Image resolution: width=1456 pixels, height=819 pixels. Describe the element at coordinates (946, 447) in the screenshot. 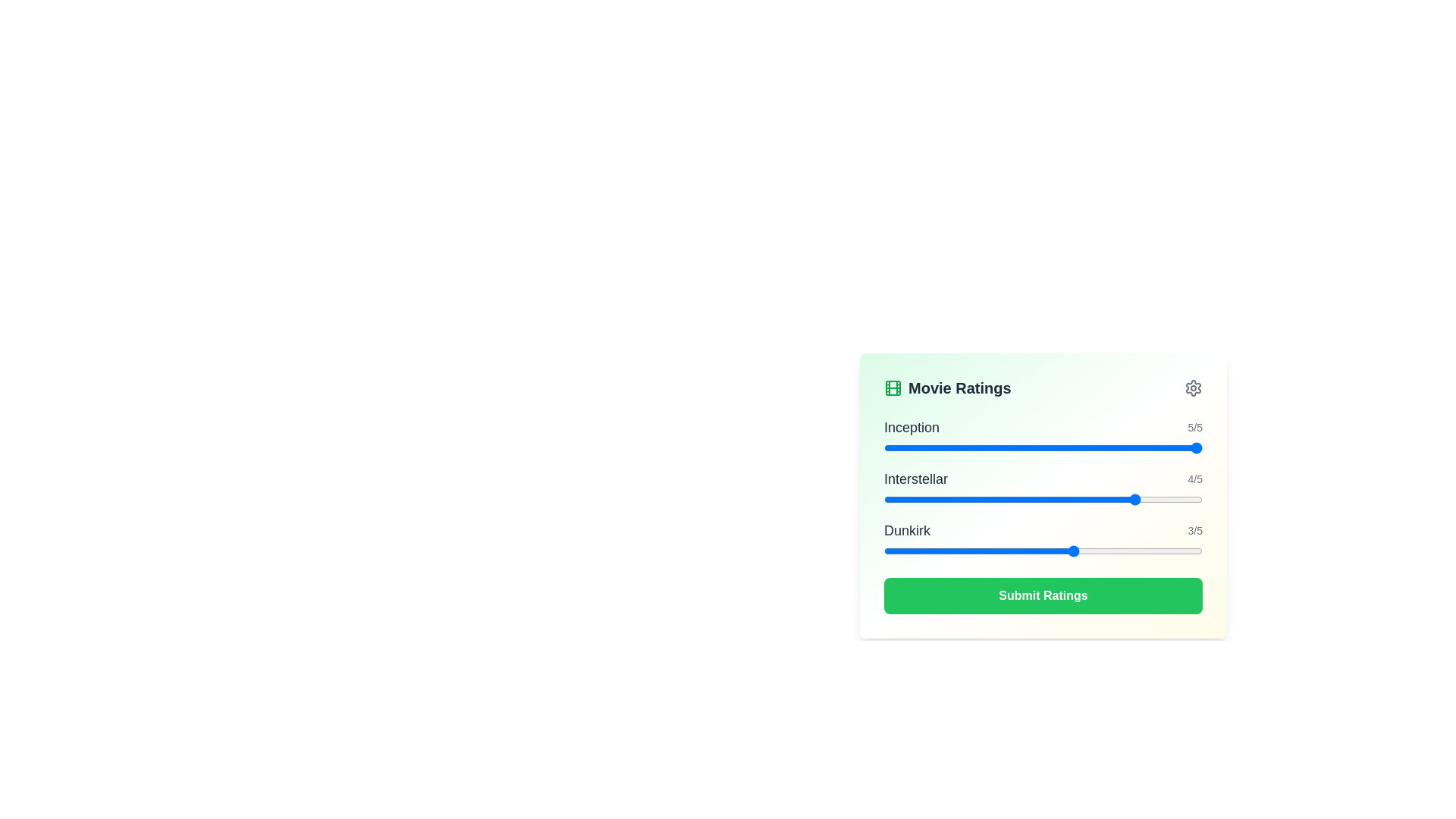

I see `the rating for 'Inception'` at that location.